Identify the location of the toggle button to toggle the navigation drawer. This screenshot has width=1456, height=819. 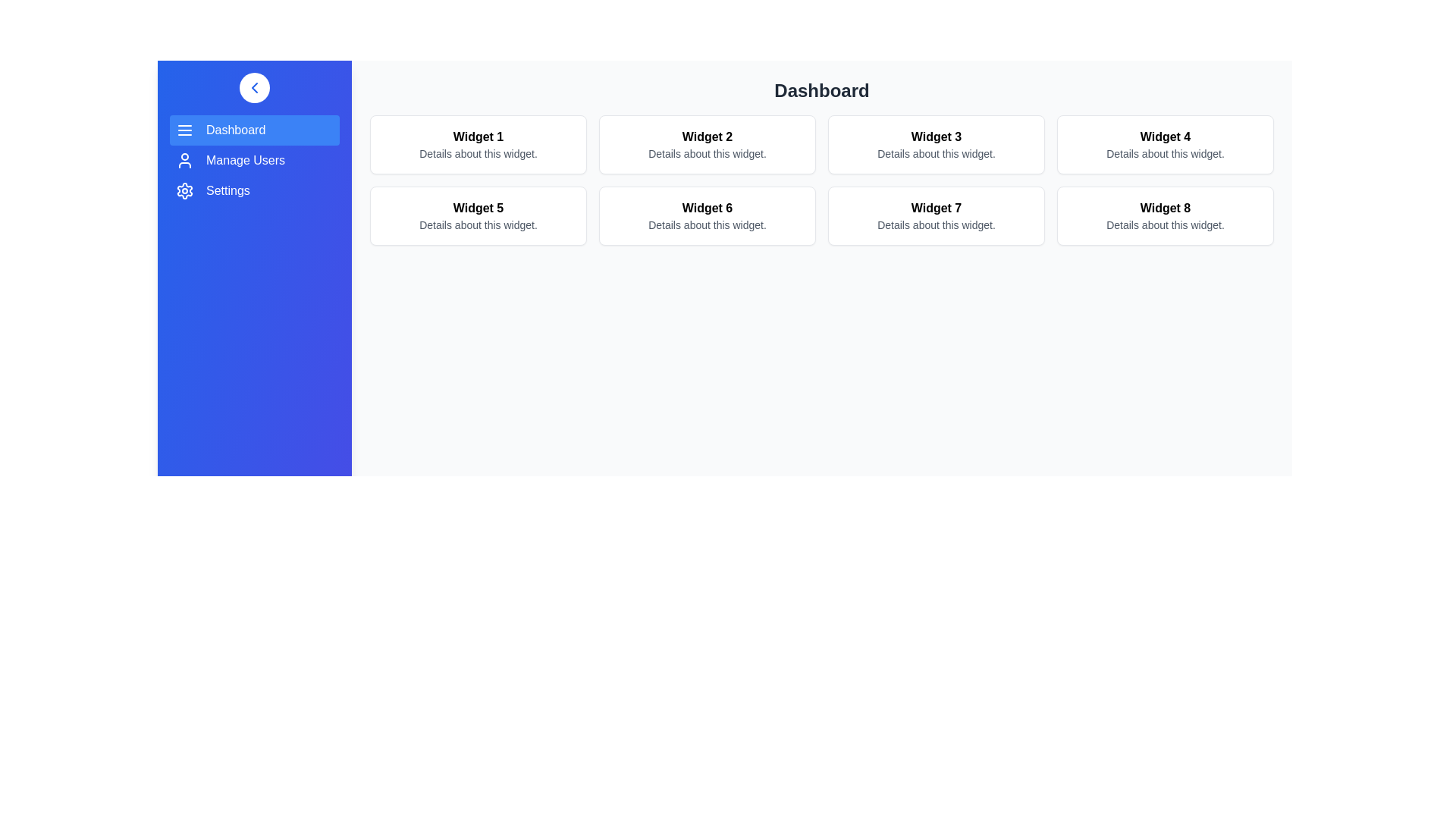
(255, 87).